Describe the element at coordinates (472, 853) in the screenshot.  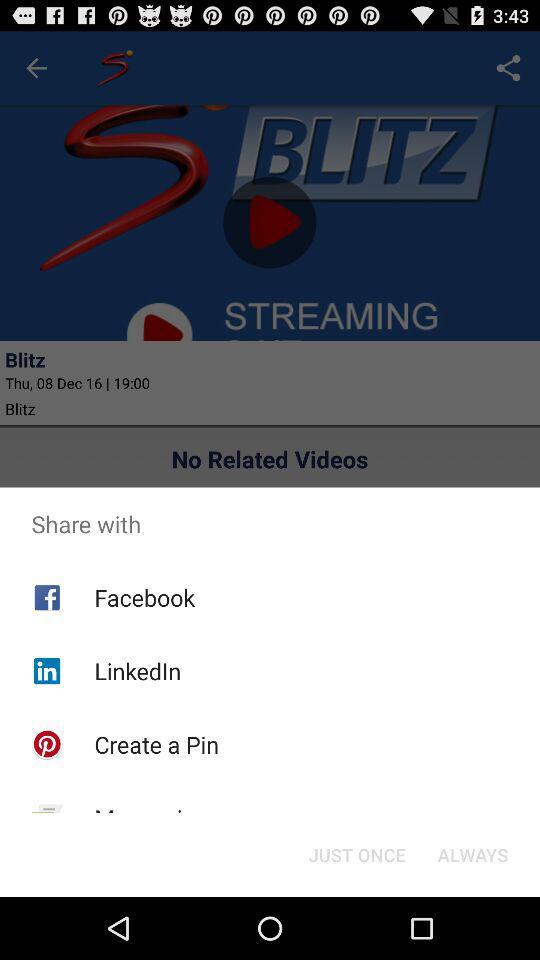
I see `the always button` at that location.